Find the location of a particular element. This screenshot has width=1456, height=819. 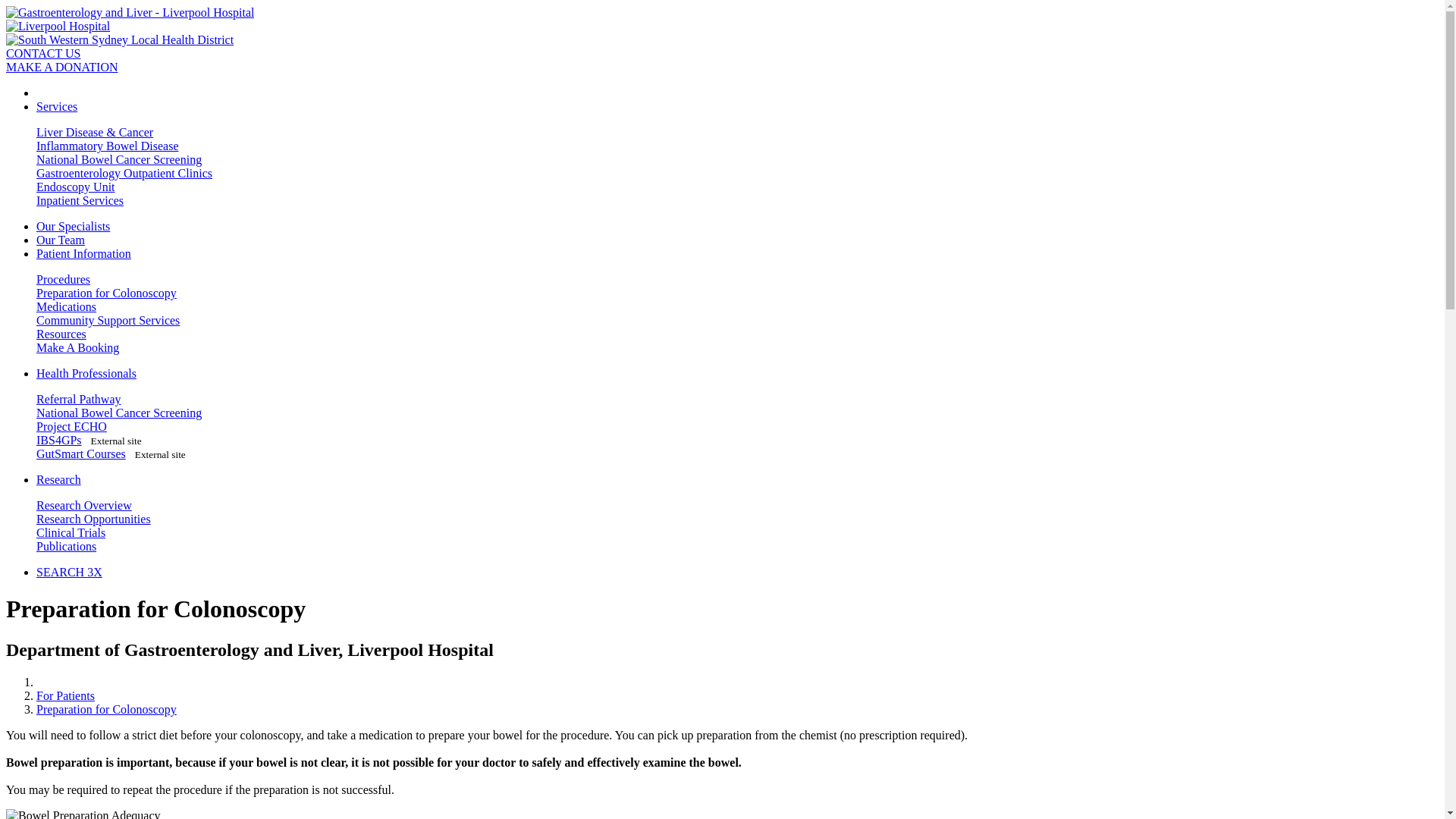

'For Patients' is located at coordinates (36, 695).